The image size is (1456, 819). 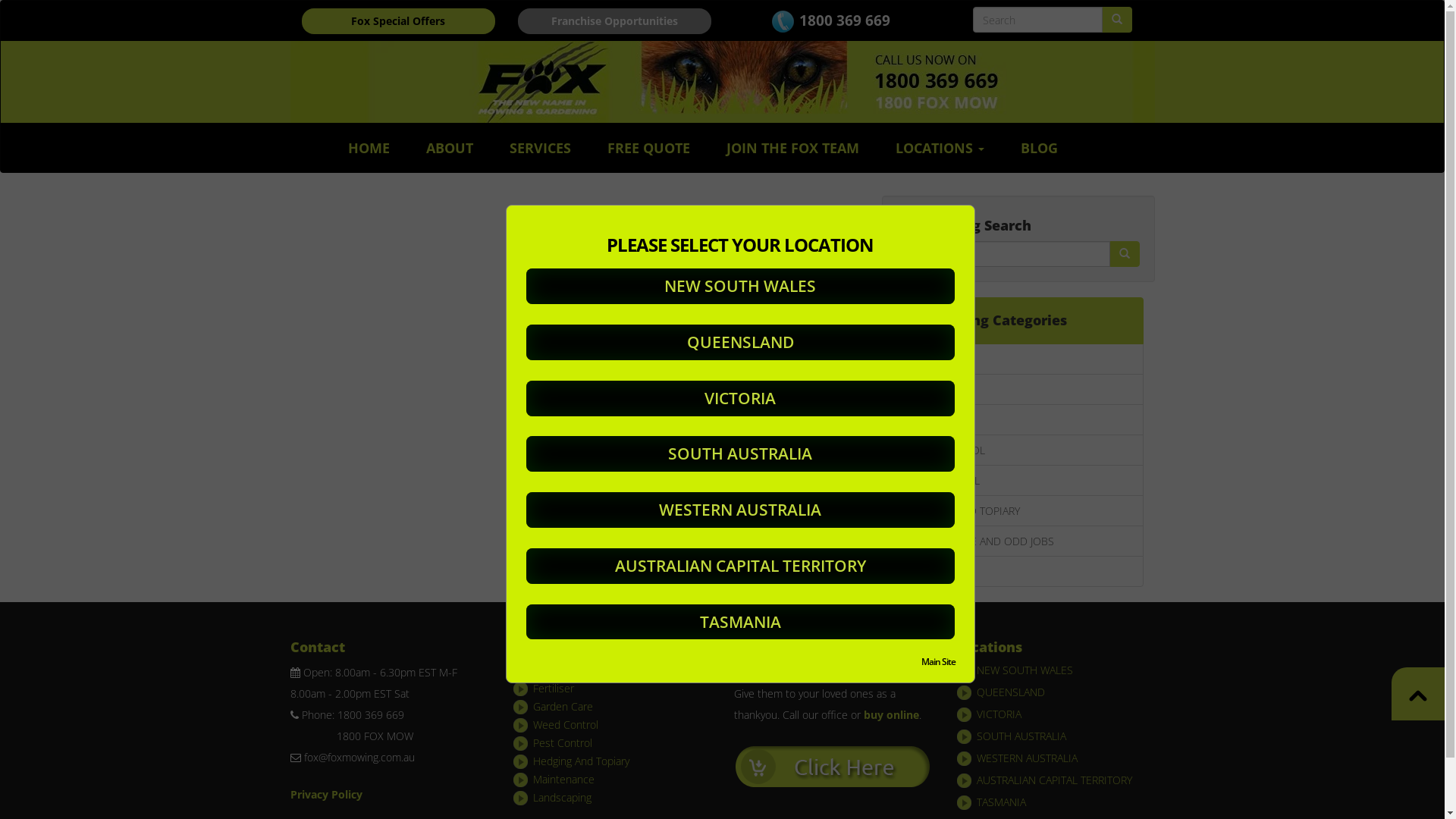 What do you see at coordinates (561, 796) in the screenshot?
I see `'Landscaping'` at bounding box center [561, 796].